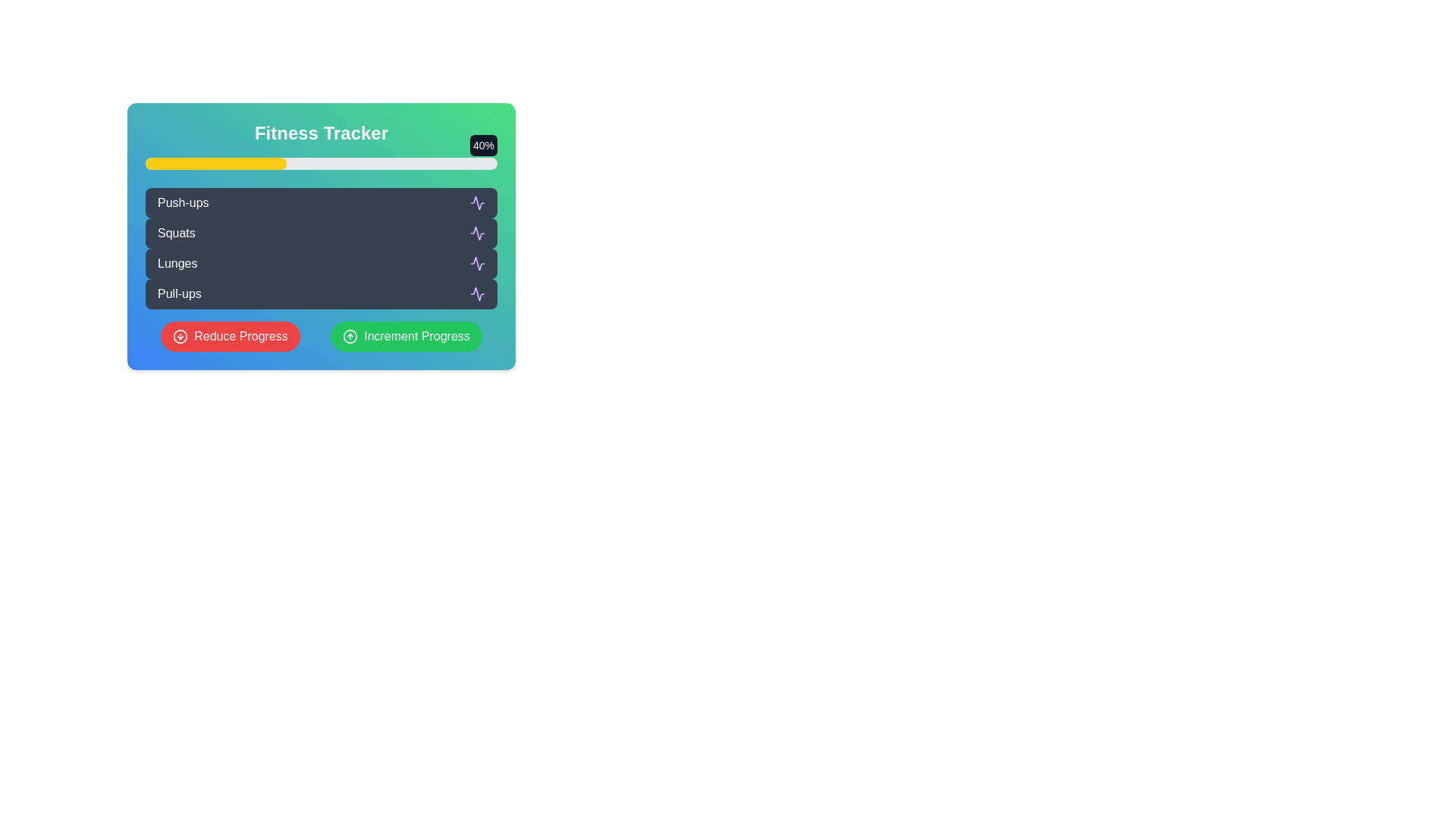  What do you see at coordinates (350, 335) in the screenshot?
I see `the central circular part of the 'Increment Progress' button, which visually enhances the user interface and represents the increment functionality` at bounding box center [350, 335].